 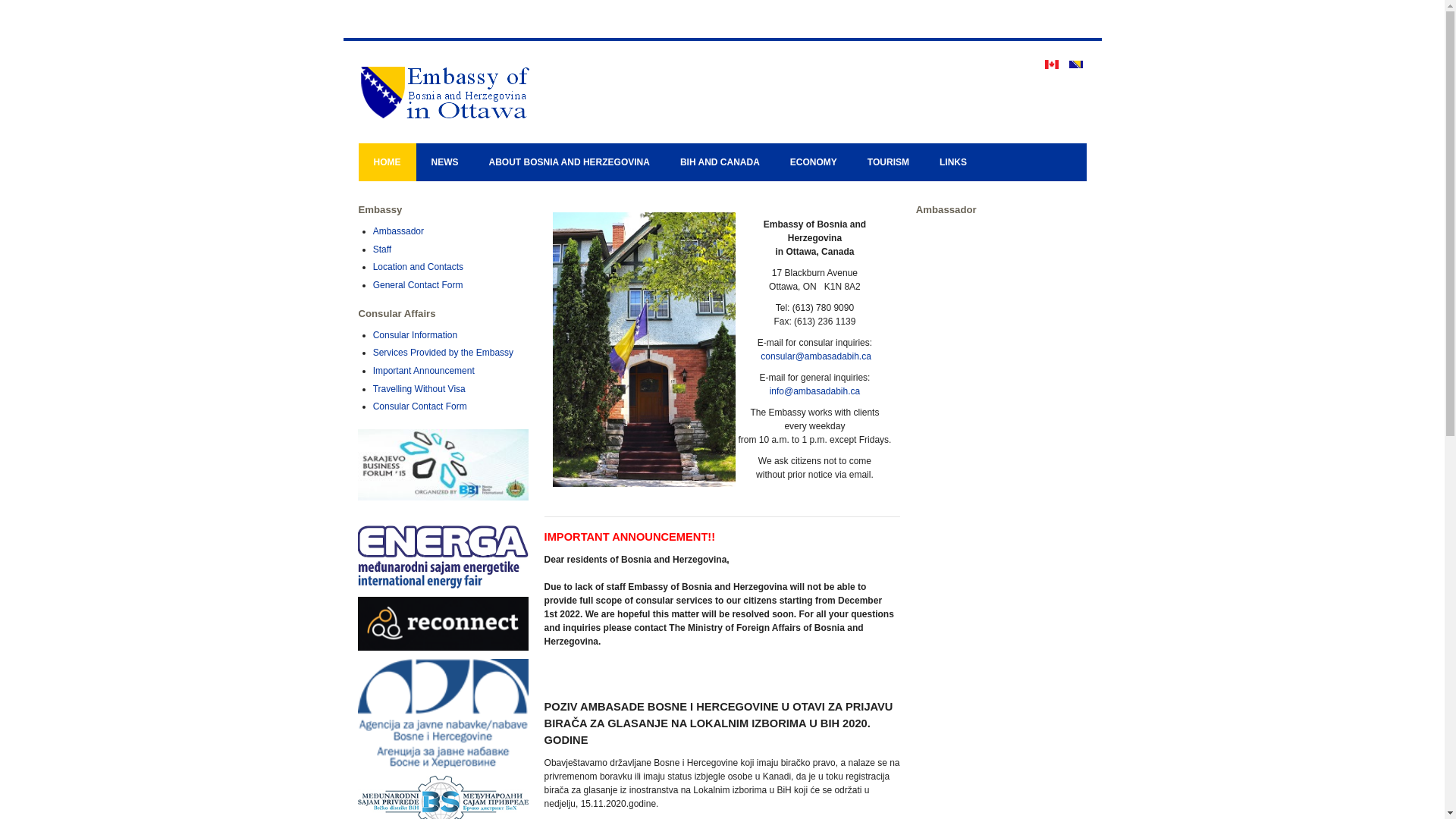 I want to click on 'HOME', so click(x=386, y=162).